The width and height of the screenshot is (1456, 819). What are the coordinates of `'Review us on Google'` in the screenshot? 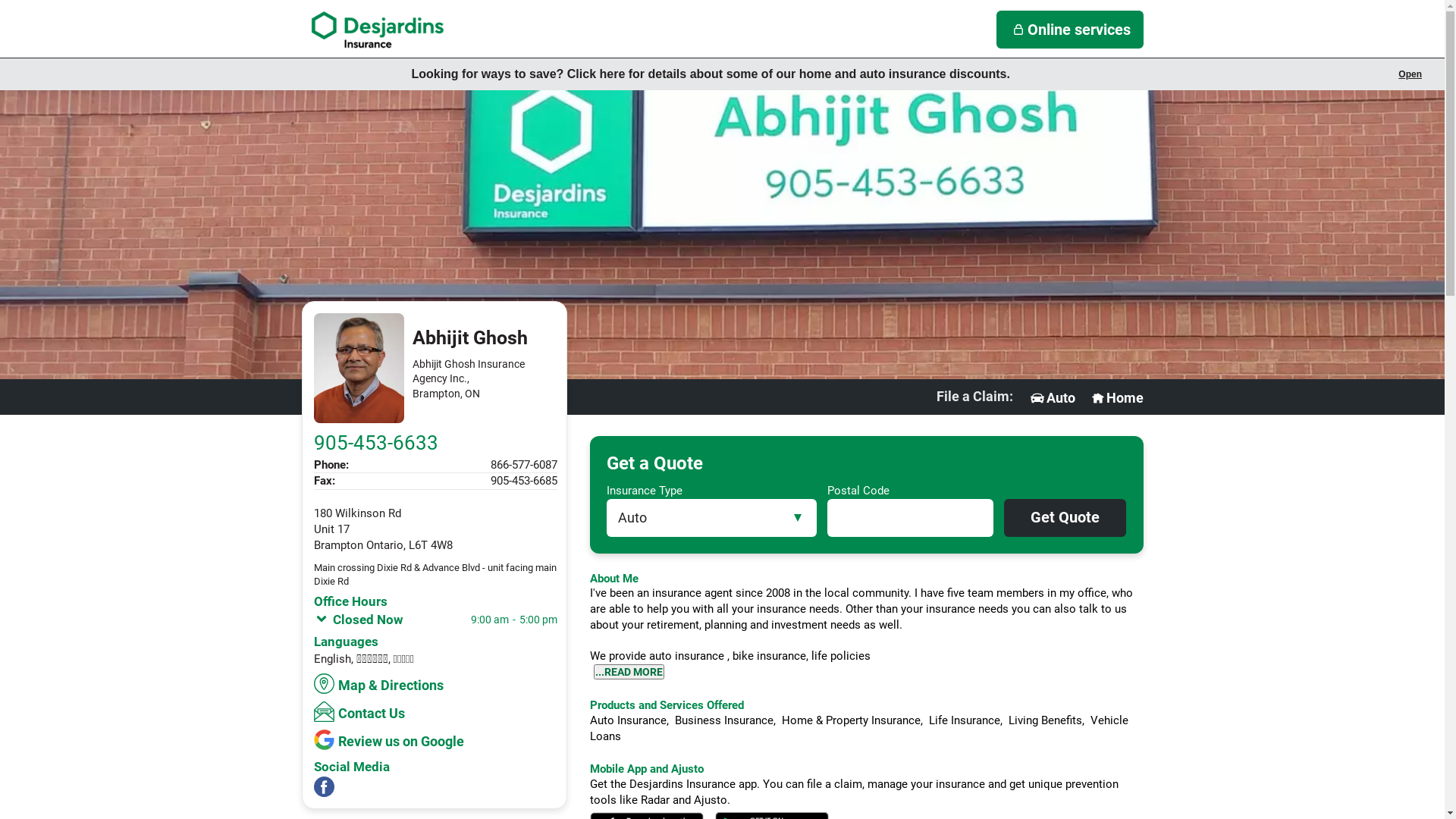 It's located at (391, 739).